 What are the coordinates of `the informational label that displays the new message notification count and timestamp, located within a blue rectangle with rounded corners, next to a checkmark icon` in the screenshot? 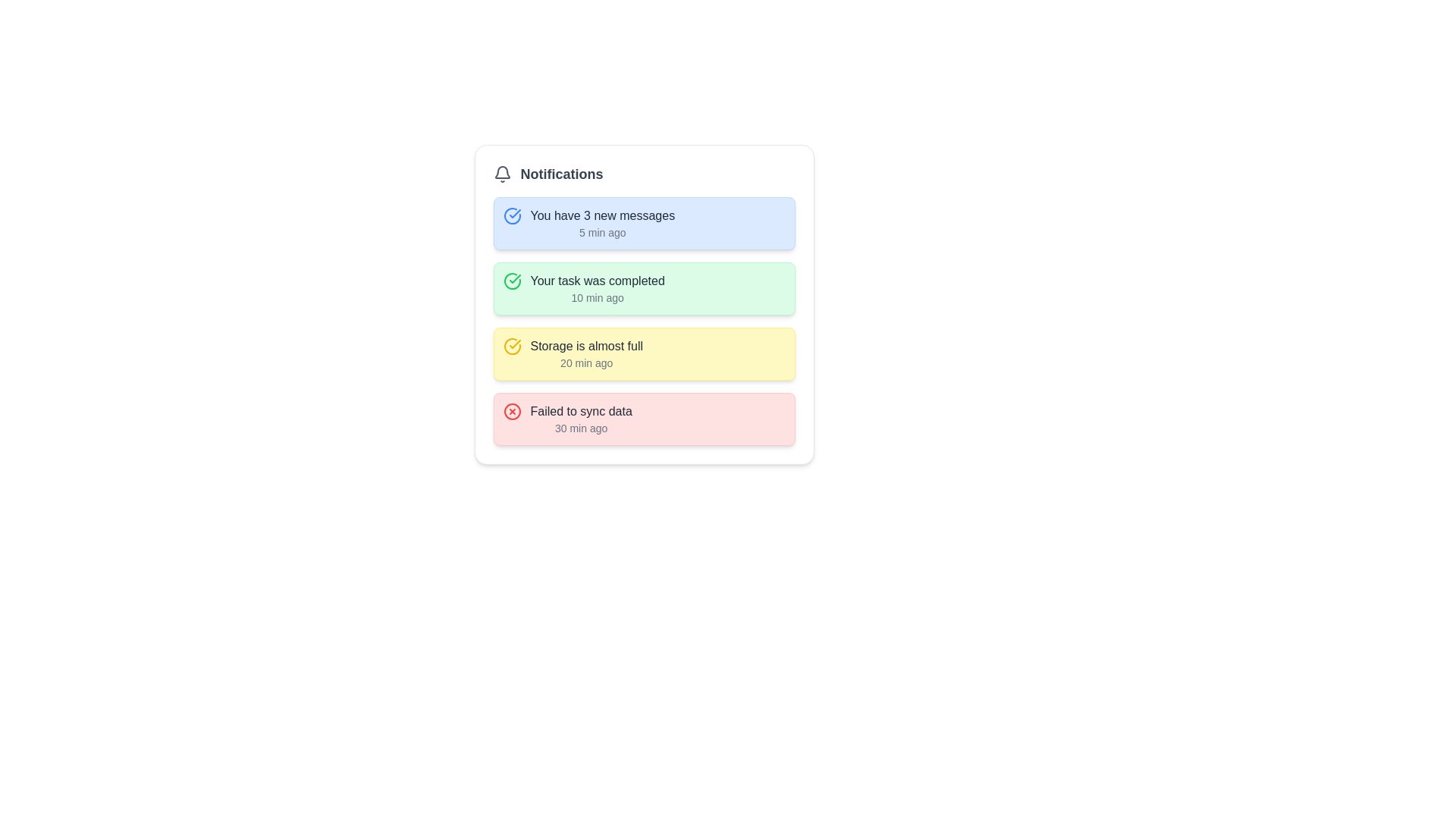 It's located at (601, 223).